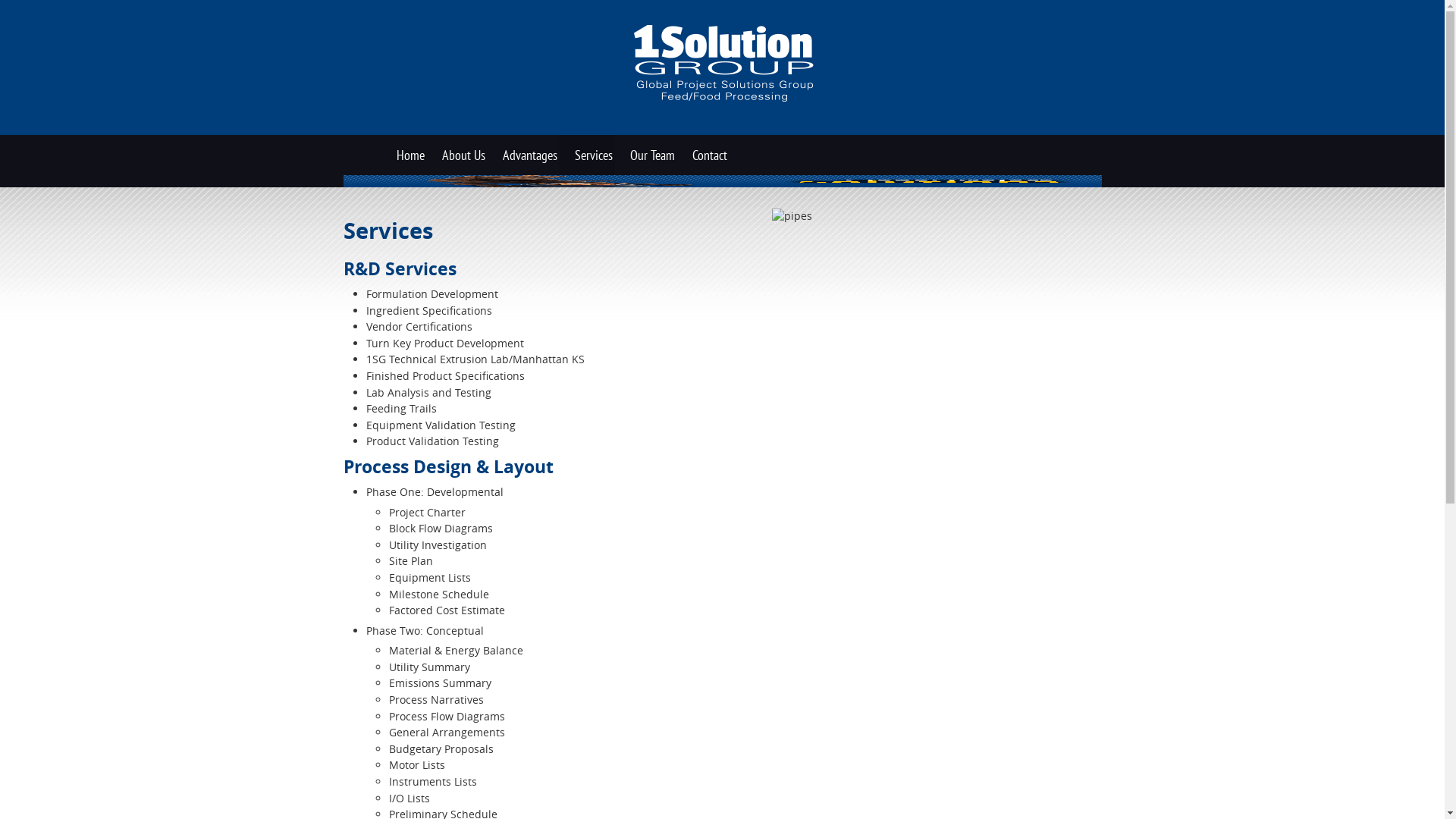 The height and width of the screenshot is (819, 1456). Describe the element at coordinates (455, 155) in the screenshot. I see `'About Us'` at that location.